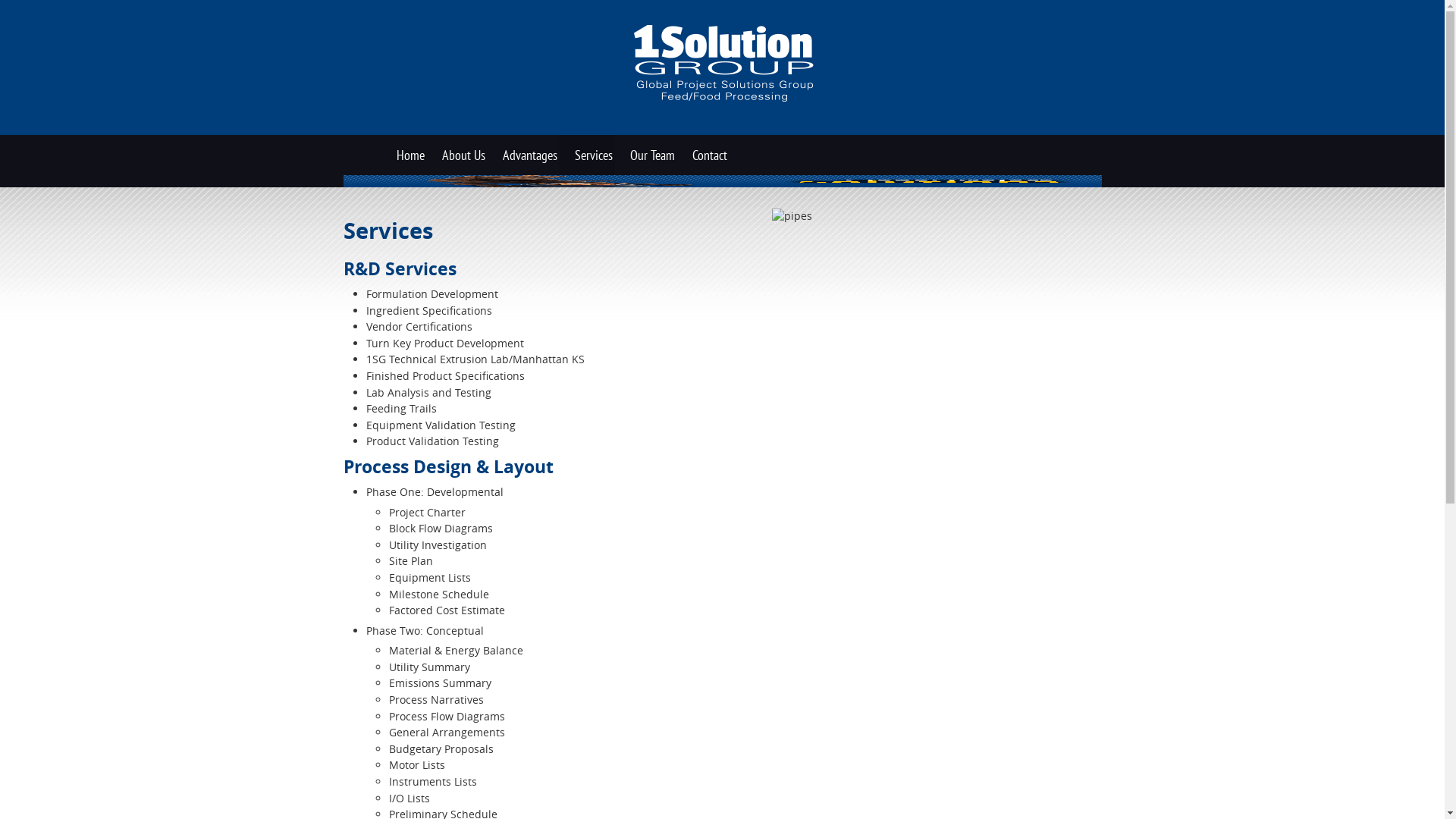 The height and width of the screenshot is (819, 1456). Describe the element at coordinates (455, 155) in the screenshot. I see `'About Us'` at that location.